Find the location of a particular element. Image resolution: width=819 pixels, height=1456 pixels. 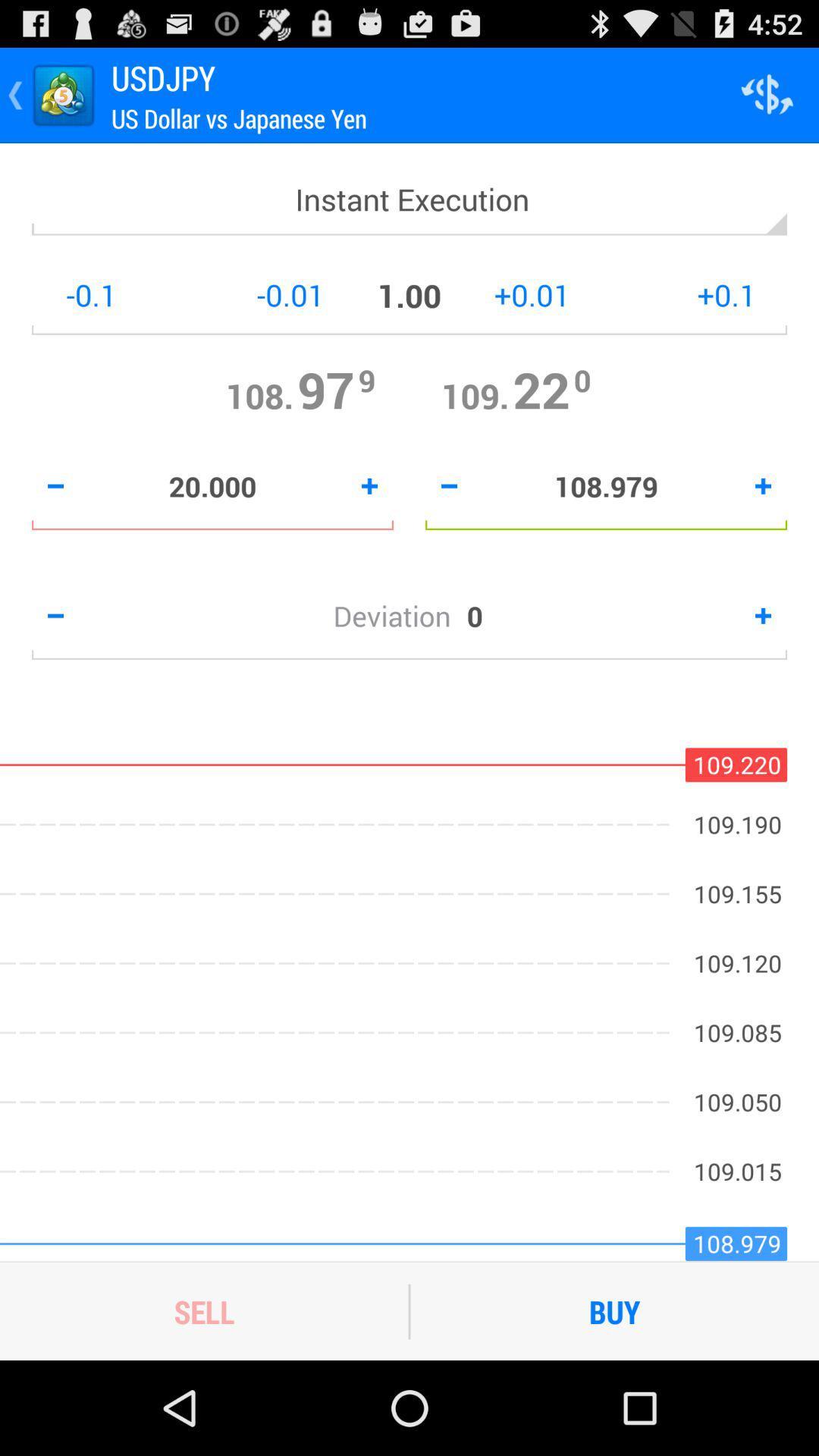

the  sign which is next to the deviation 0 is located at coordinates (763, 616).